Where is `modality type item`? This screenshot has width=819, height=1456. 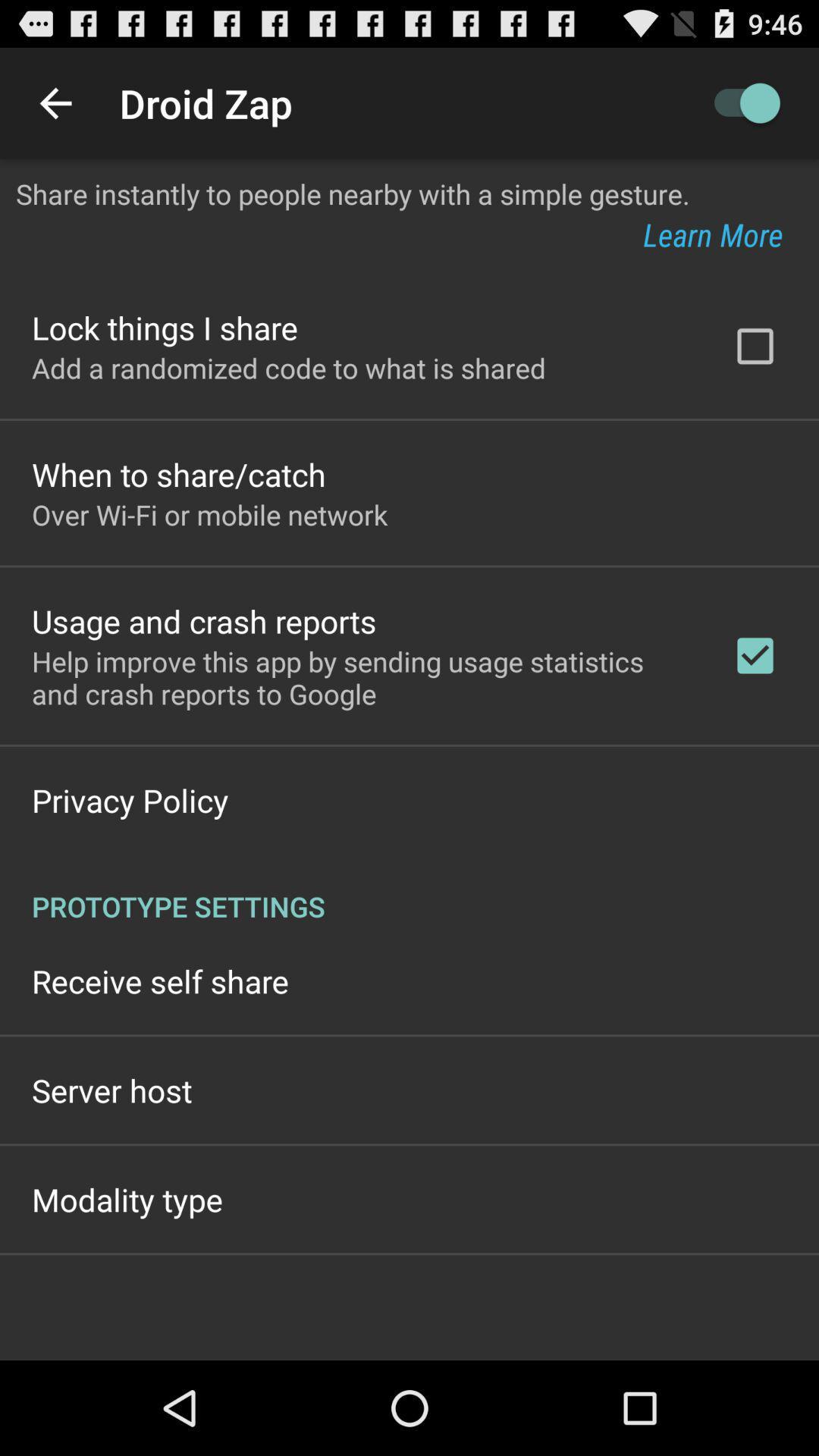 modality type item is located at coordinates (127, 1198).